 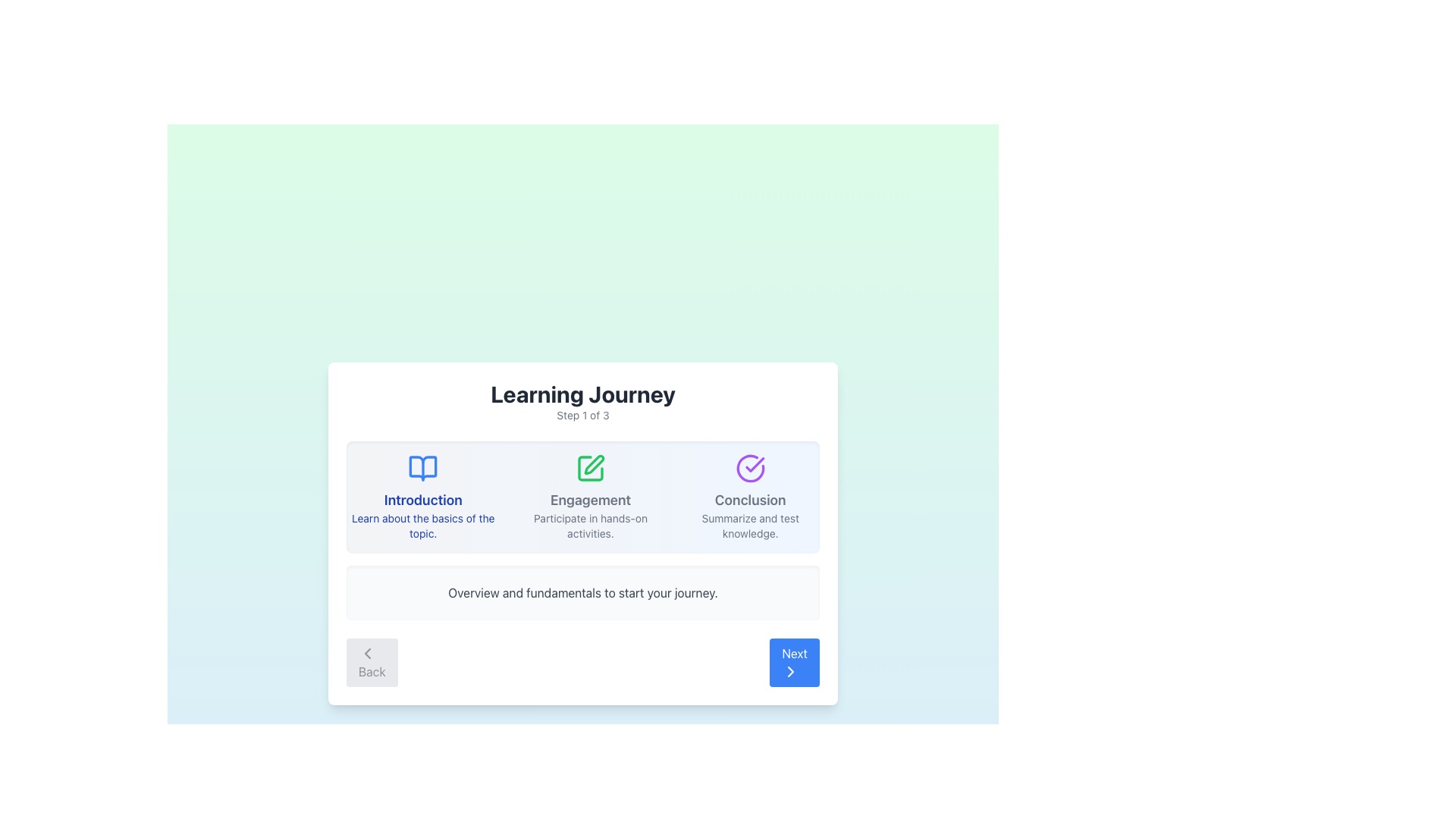 What do you see at coordinates (372, 662) in the screenshot?
I see `the 'Back' button with a light gray background and rounded corners, which includes a left-pointing chevron icon above the word 'Back'` at bounding box center [372, 662].